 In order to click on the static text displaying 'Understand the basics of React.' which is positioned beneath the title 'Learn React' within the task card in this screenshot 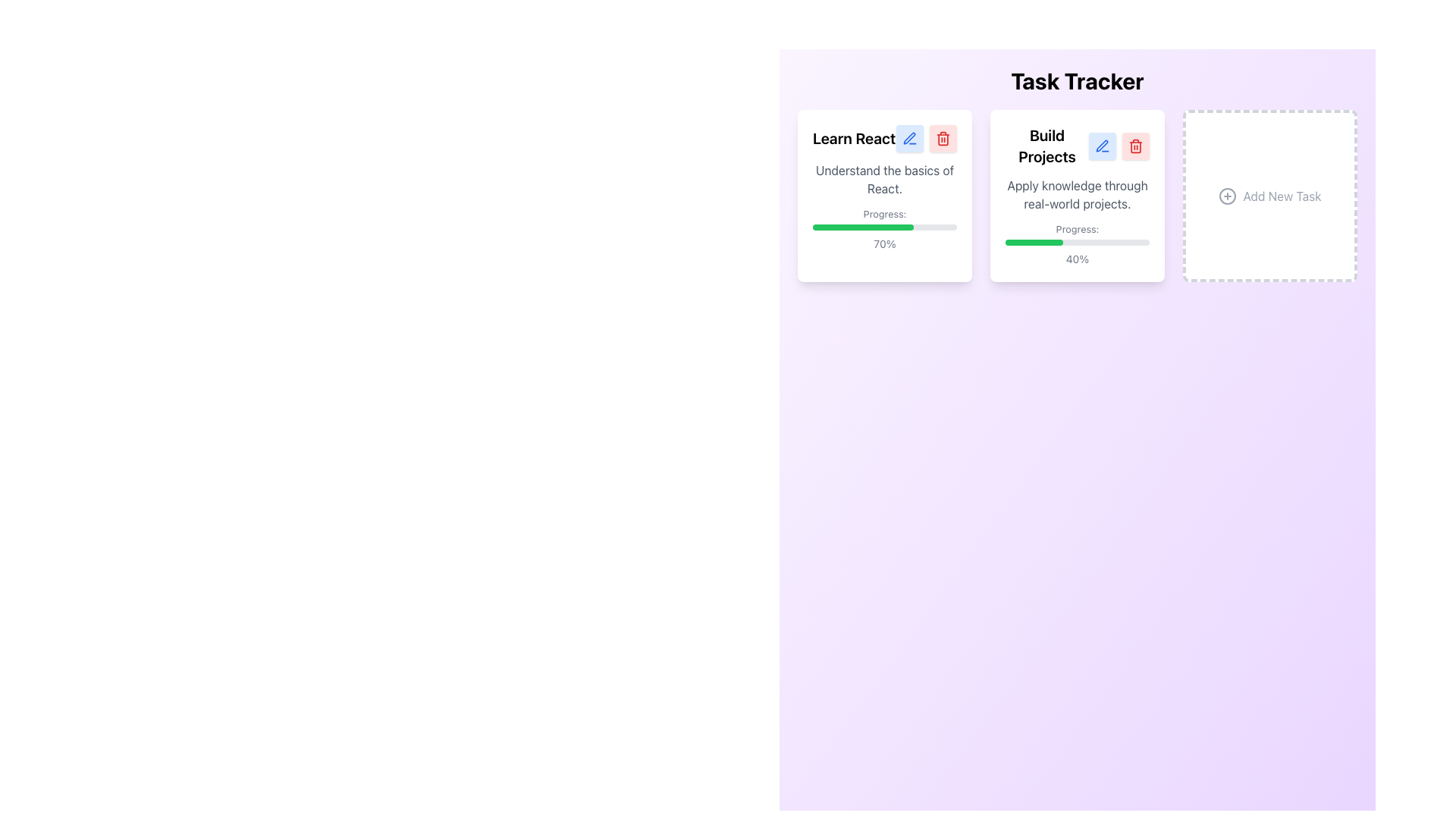, I will do `click(884, 178)`.